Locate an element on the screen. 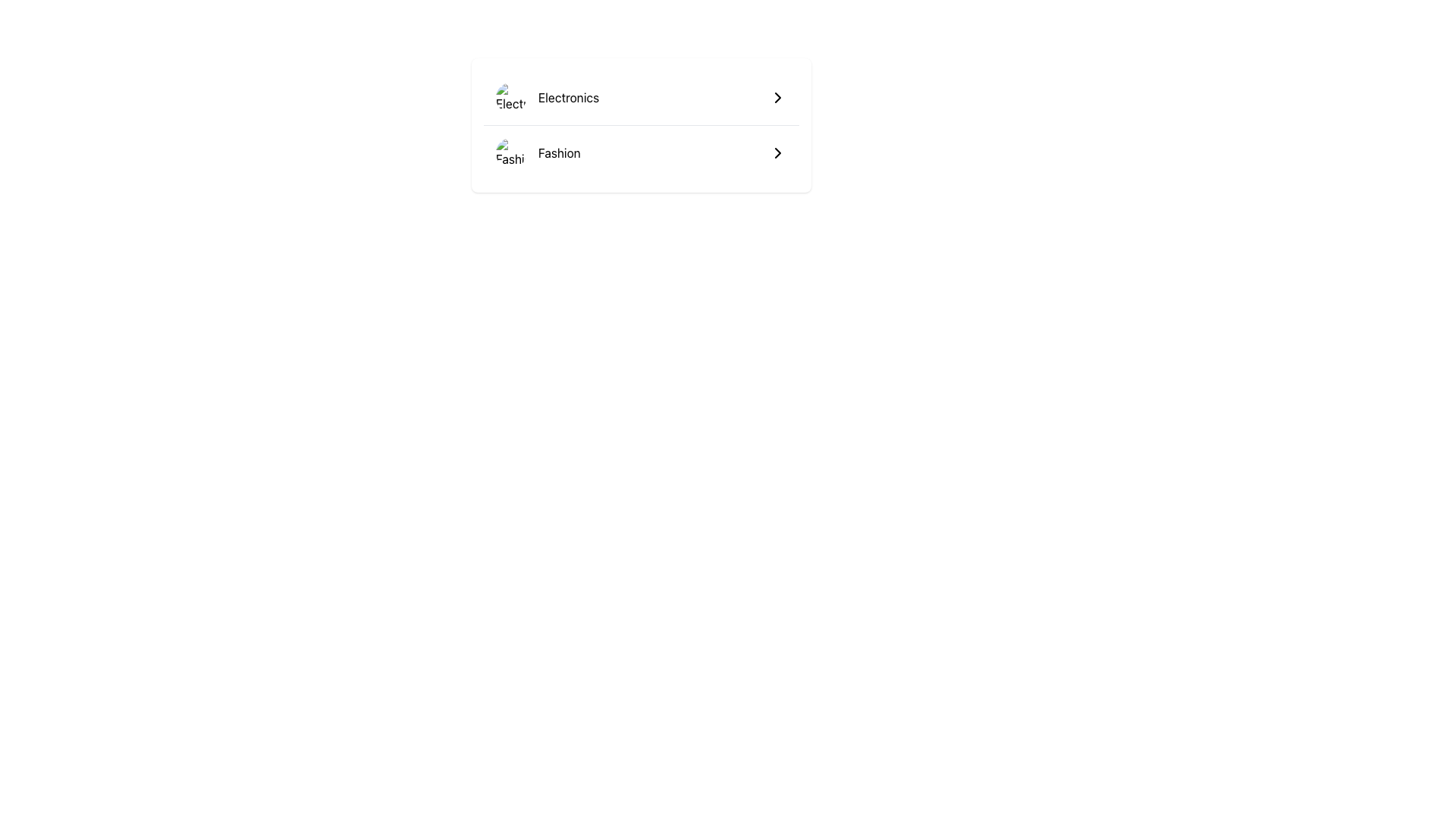  the chevron icon pointing to the right, which is located to the right of the 'Electronics' list item is located at coordinates (778, 97).